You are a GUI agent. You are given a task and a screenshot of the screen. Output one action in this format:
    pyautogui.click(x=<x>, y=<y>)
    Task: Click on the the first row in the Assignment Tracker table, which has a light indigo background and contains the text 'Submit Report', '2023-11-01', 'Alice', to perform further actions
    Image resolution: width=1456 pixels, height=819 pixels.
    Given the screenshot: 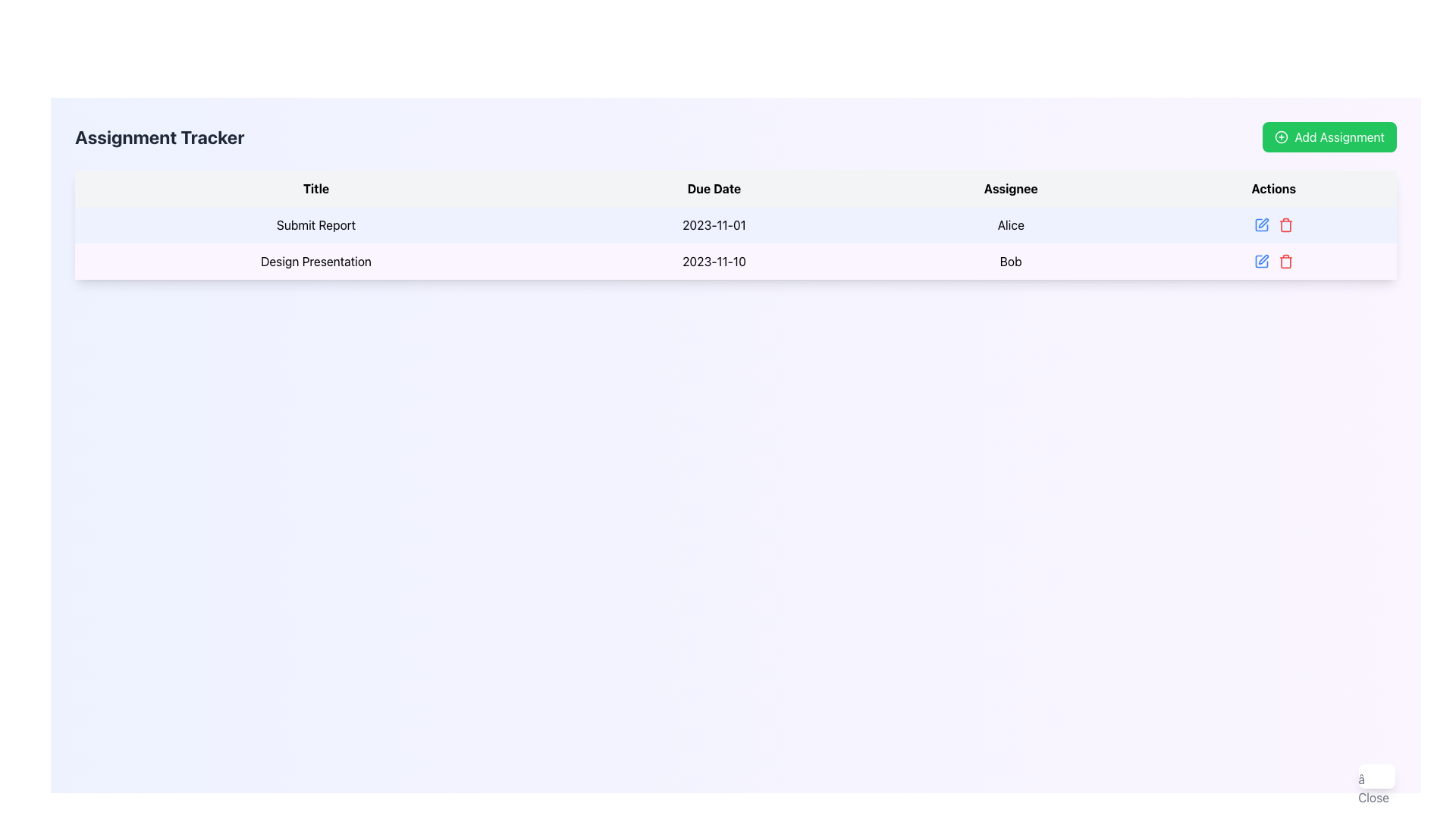 What is the action you would take?
    pyautogui.click(x=736, y=225)
    